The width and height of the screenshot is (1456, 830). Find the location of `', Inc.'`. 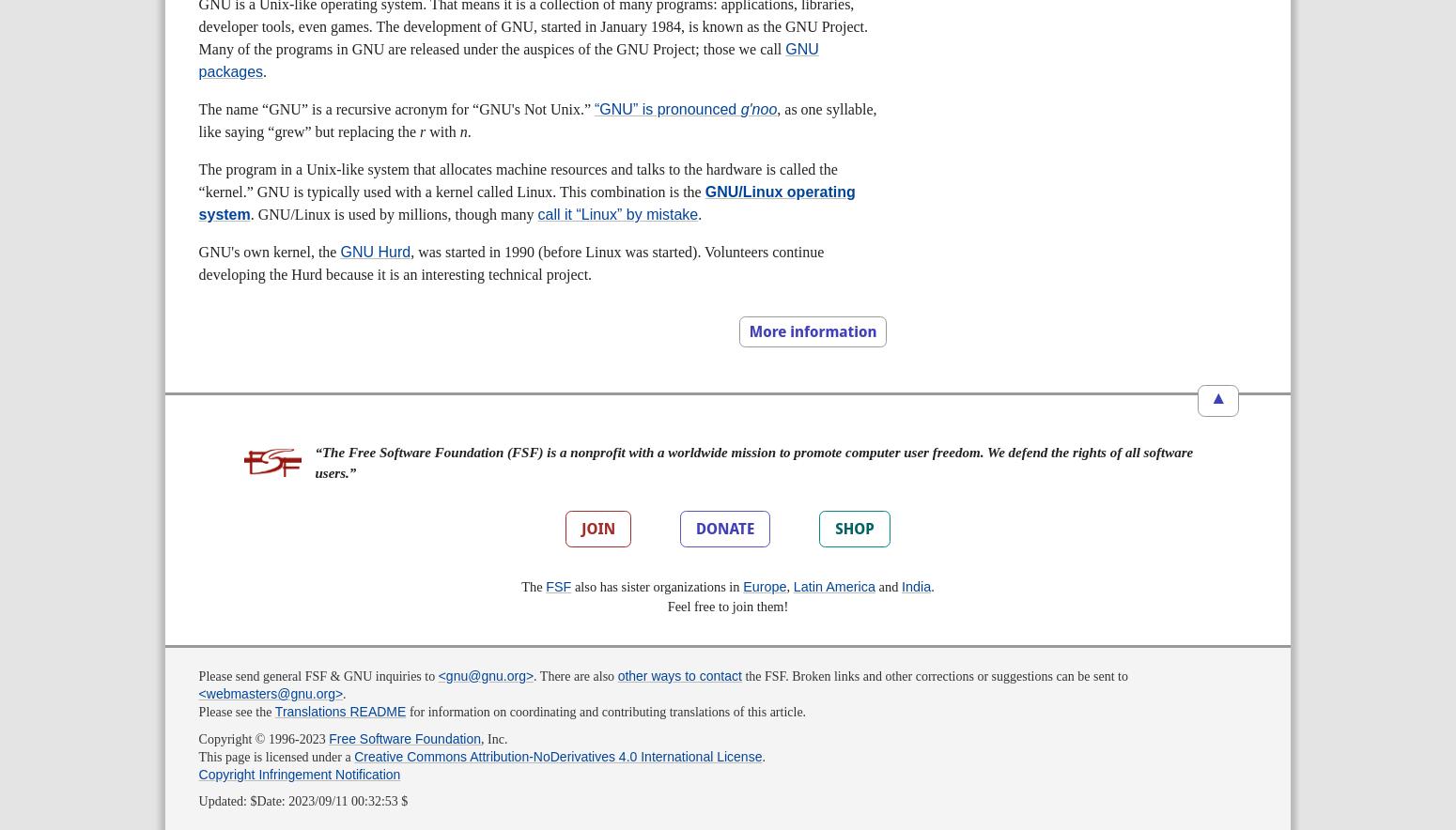

', Inc.' is located at coordinates (479, 738).